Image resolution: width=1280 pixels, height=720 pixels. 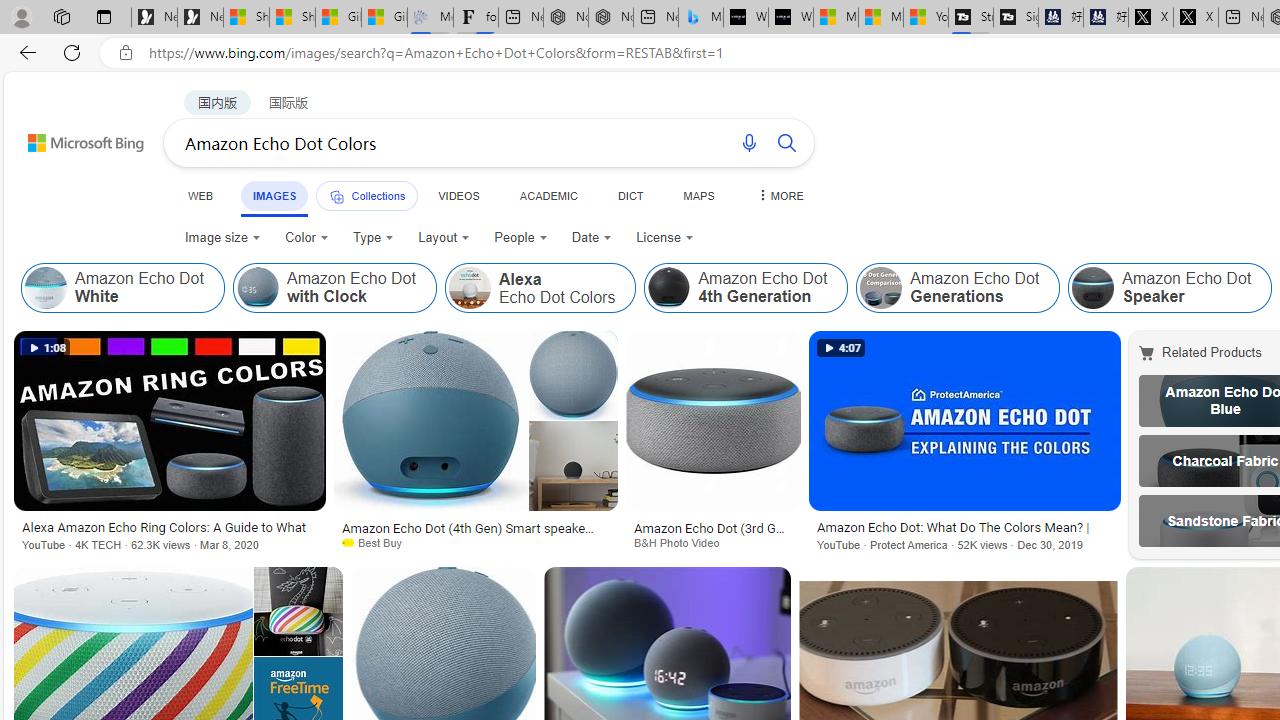 I want to click on 'WEB', so click(x=201, y=195).